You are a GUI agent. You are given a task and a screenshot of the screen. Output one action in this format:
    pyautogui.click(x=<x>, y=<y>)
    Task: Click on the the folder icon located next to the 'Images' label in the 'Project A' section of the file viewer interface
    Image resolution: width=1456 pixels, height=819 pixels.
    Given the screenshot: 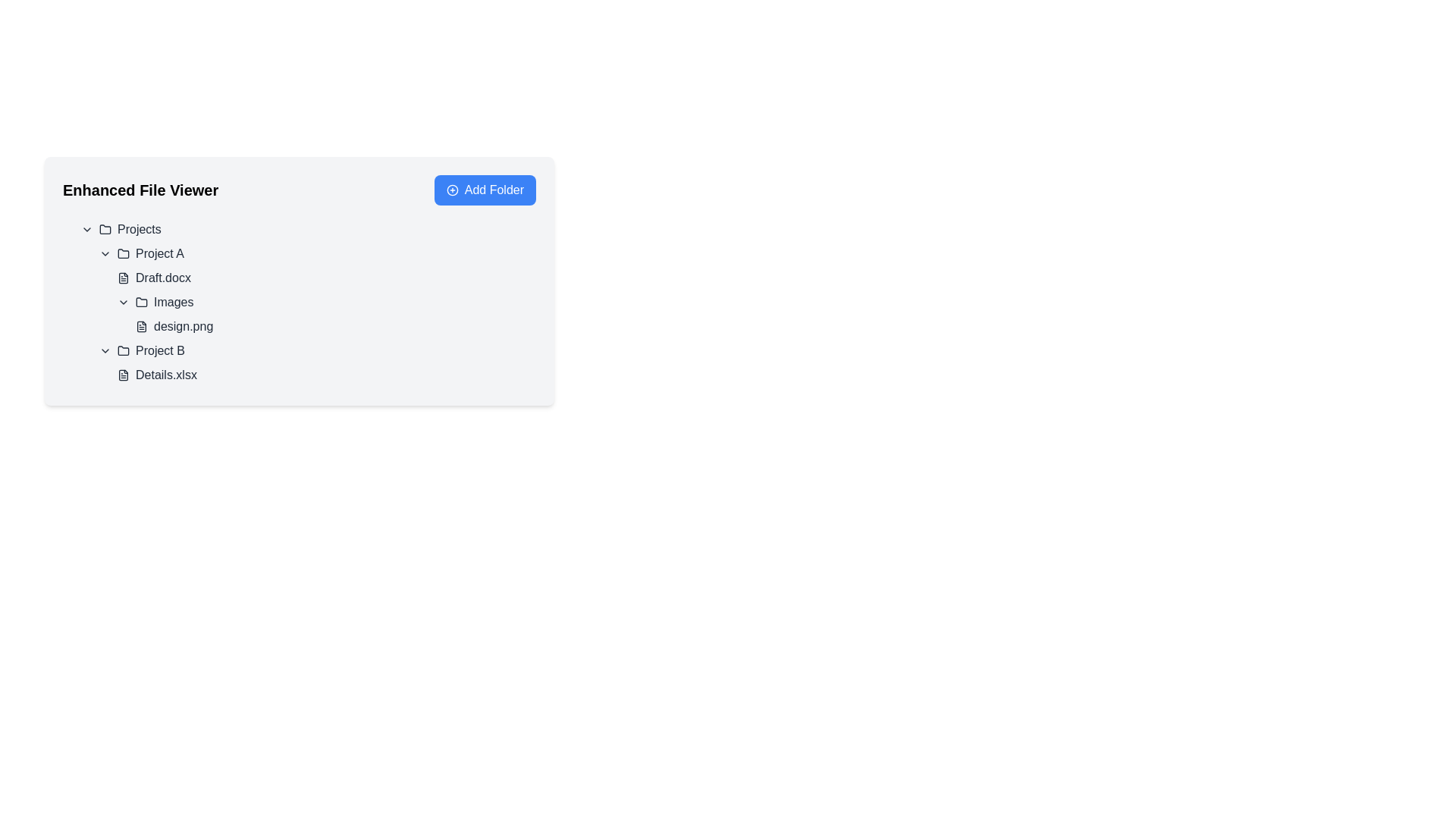 What is the action you would take?
    pyautogui.click(x=142, y=302)
    